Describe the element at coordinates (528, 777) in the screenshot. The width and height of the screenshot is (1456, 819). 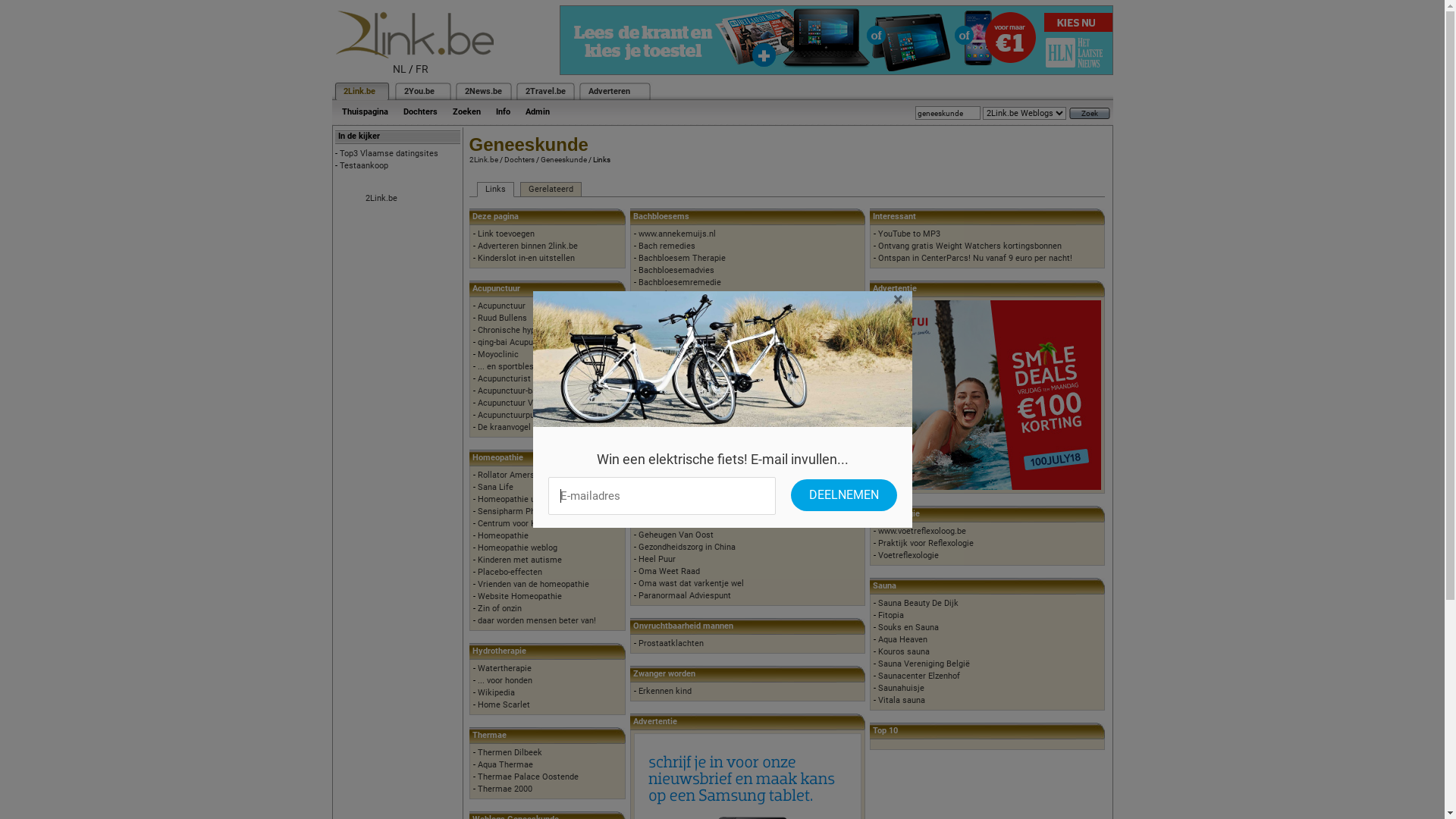
I see `'Thermae Palace Oostende'` at that location.